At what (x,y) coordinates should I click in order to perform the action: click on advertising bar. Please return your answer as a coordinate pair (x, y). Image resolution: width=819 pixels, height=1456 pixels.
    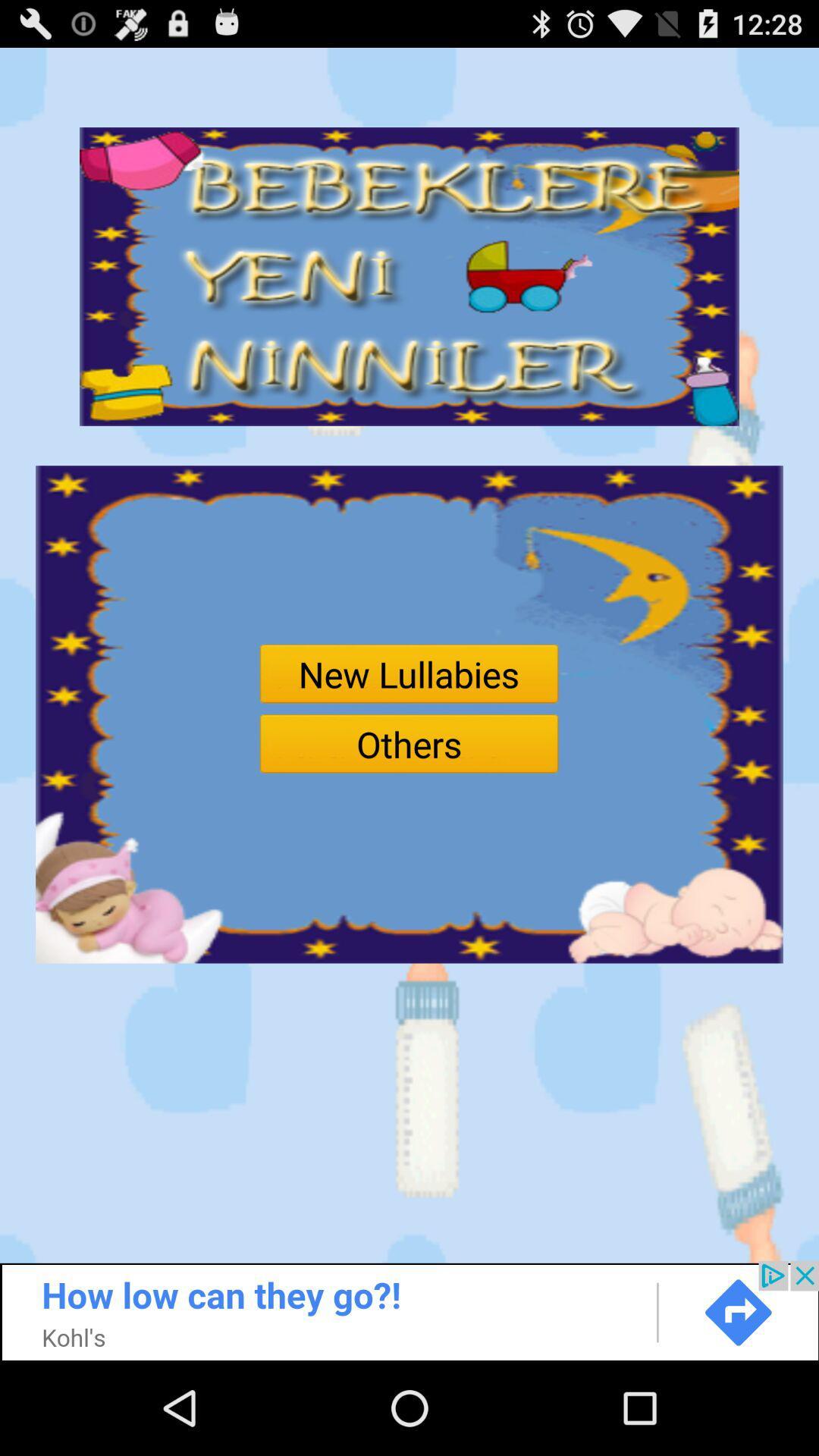
    Looking at the image, I should click on (409, 1310).